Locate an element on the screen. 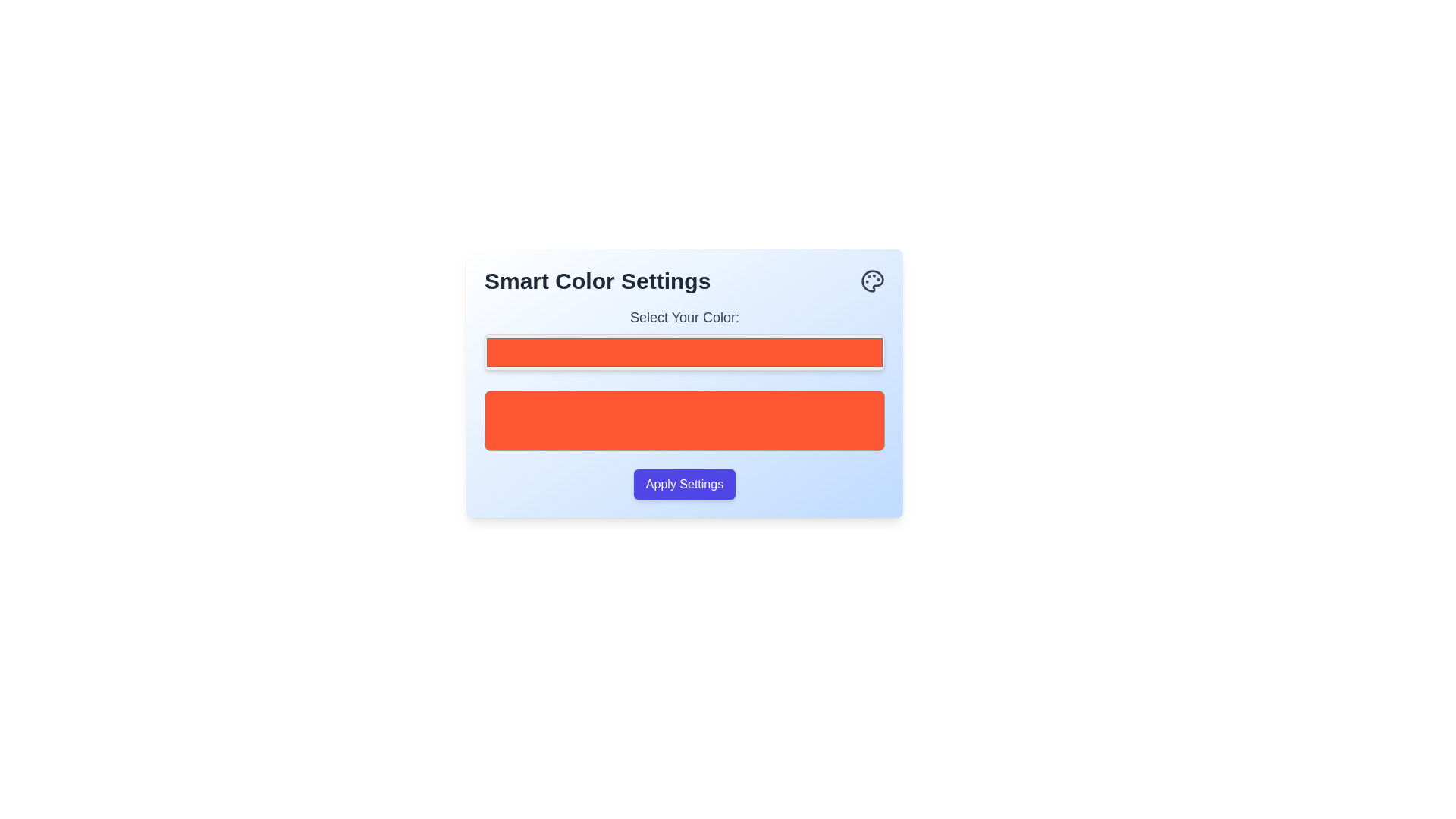  the descriptive label located below the main heading 'Smart Color Settings', which precedes the color input field is located at coordinates (683, 317).